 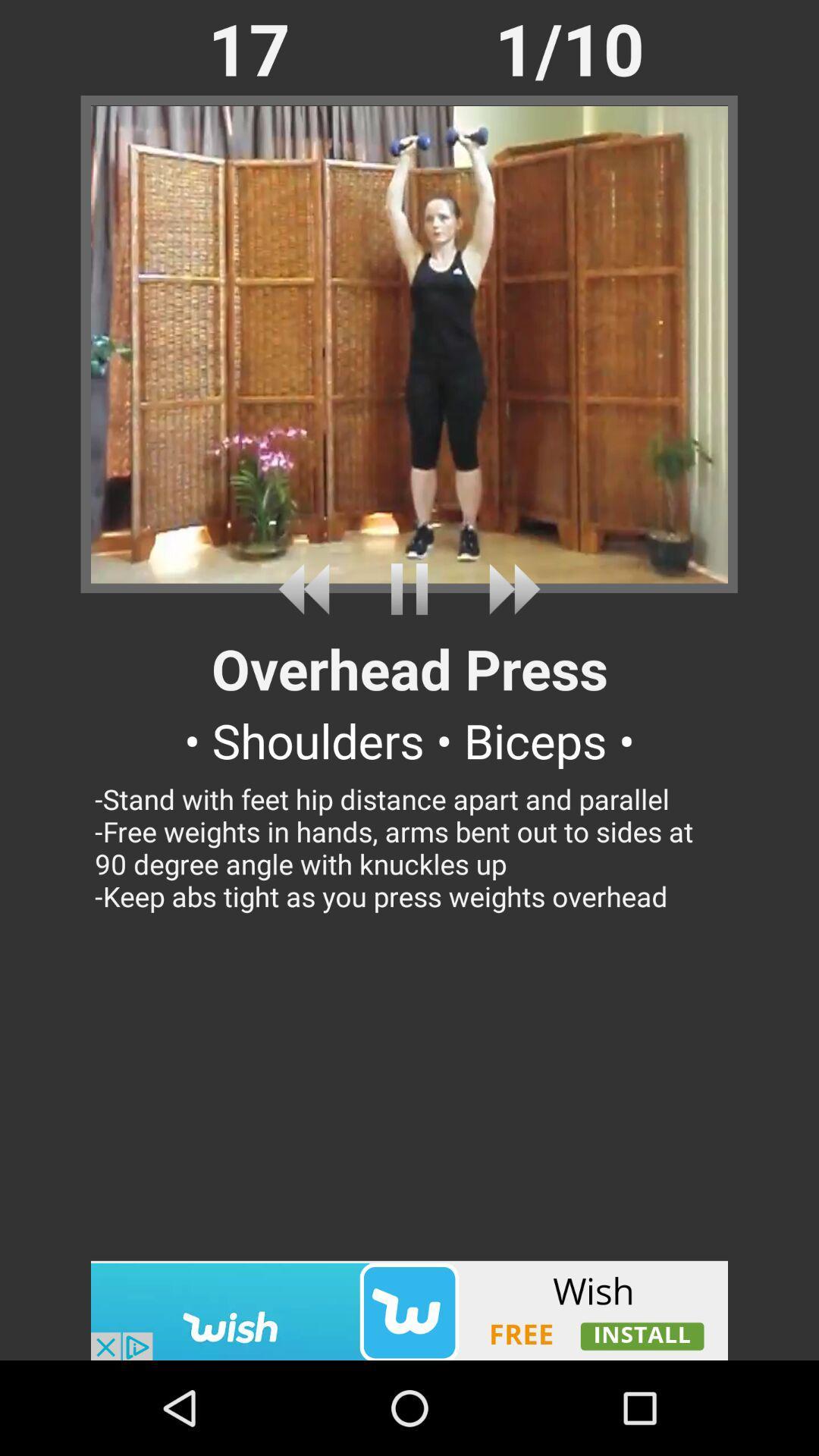 I want to click on rewind the video, so click(x=309, y=588).